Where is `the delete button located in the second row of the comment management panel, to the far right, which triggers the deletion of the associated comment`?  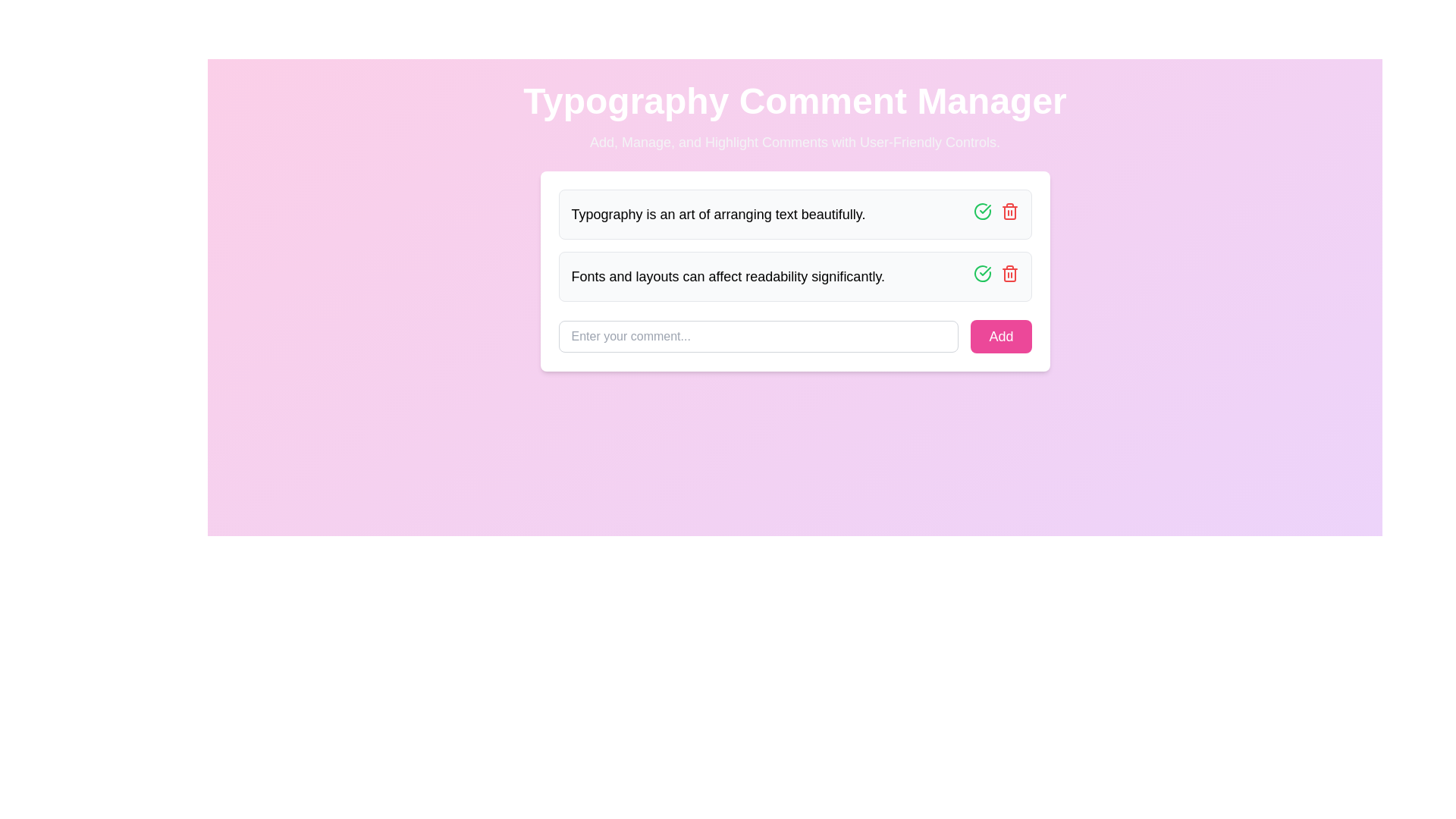 the delete button located in the second row of the comment management panel, to the far right, which triggers the deletion of the associated comment is located at coordinates (1009, 274).